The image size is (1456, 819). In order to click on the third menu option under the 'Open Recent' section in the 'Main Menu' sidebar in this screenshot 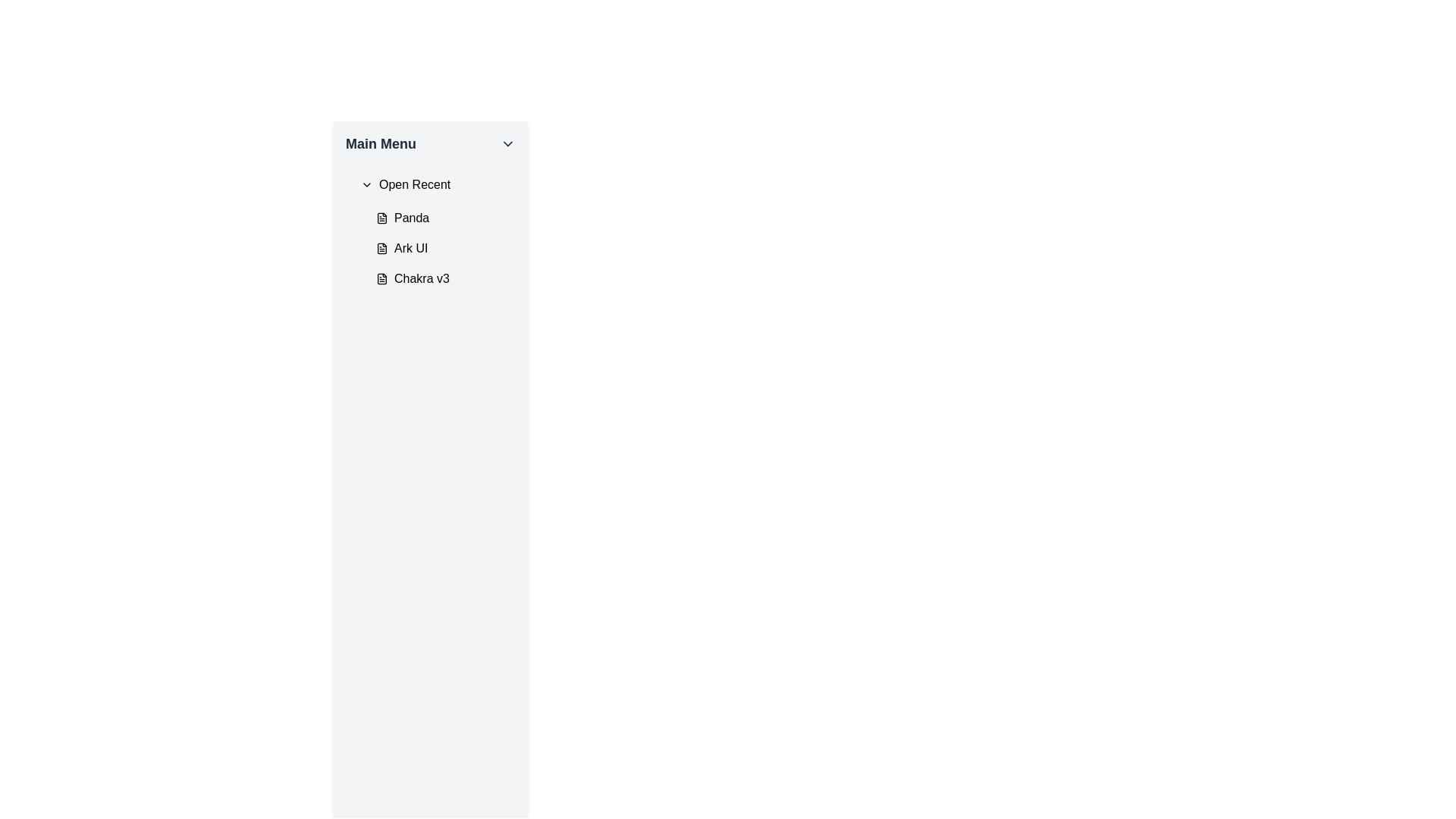, I will do `click(447, 278)`.